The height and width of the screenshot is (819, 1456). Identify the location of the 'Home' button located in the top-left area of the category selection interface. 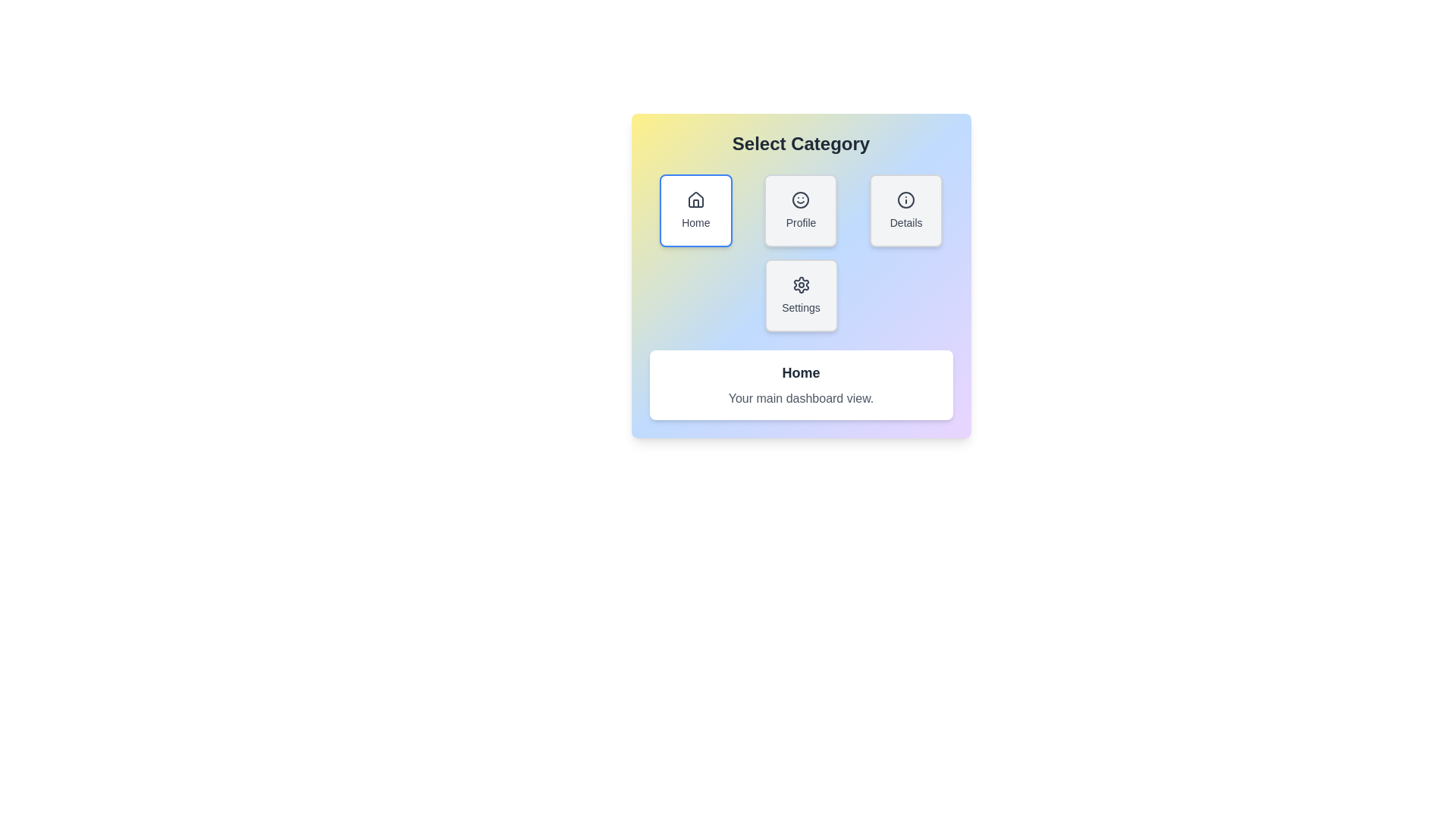
(695, 199).